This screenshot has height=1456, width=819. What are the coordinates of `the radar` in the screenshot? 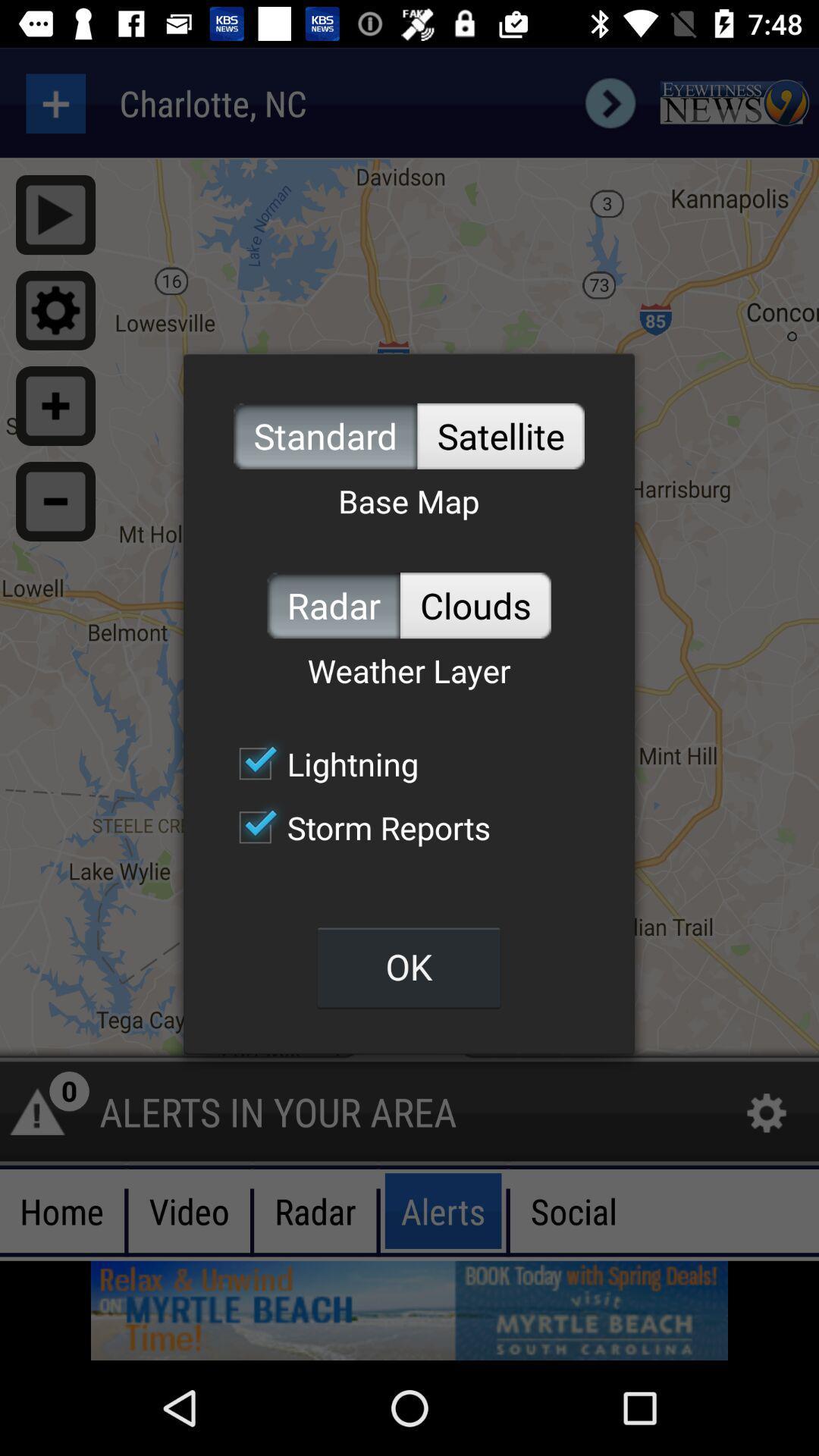 It's located at (333, 604).